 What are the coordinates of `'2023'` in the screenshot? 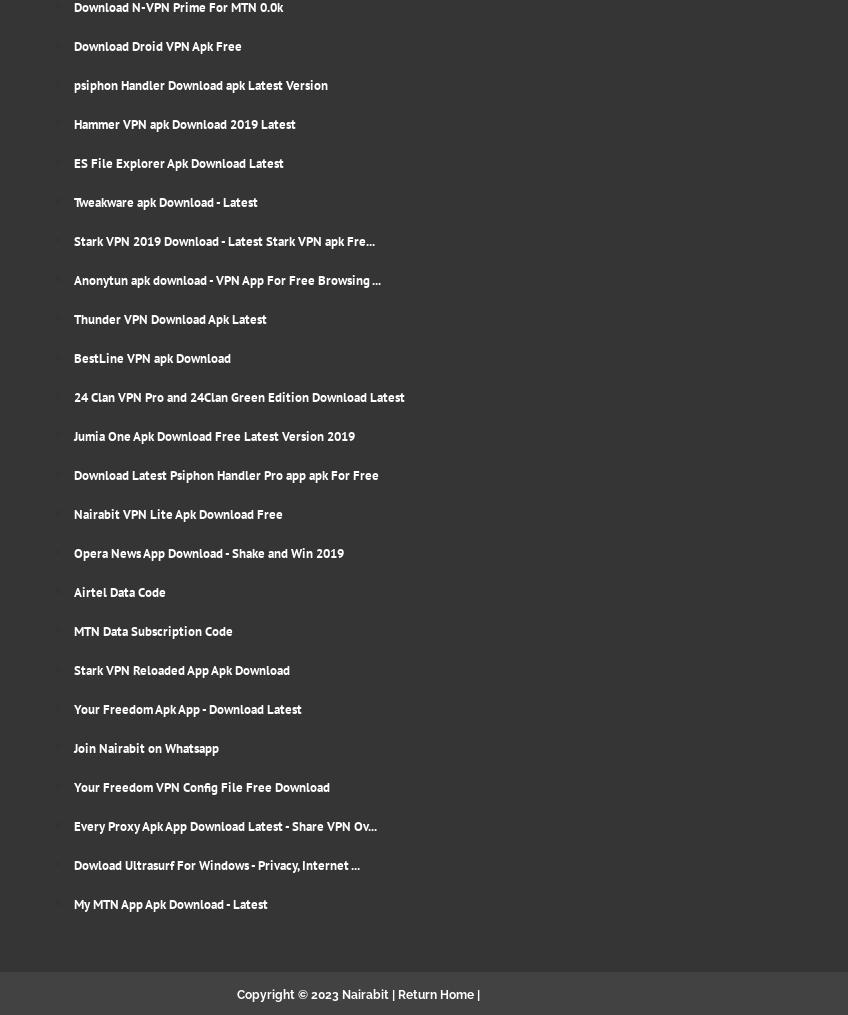 It's located at (325, 995).